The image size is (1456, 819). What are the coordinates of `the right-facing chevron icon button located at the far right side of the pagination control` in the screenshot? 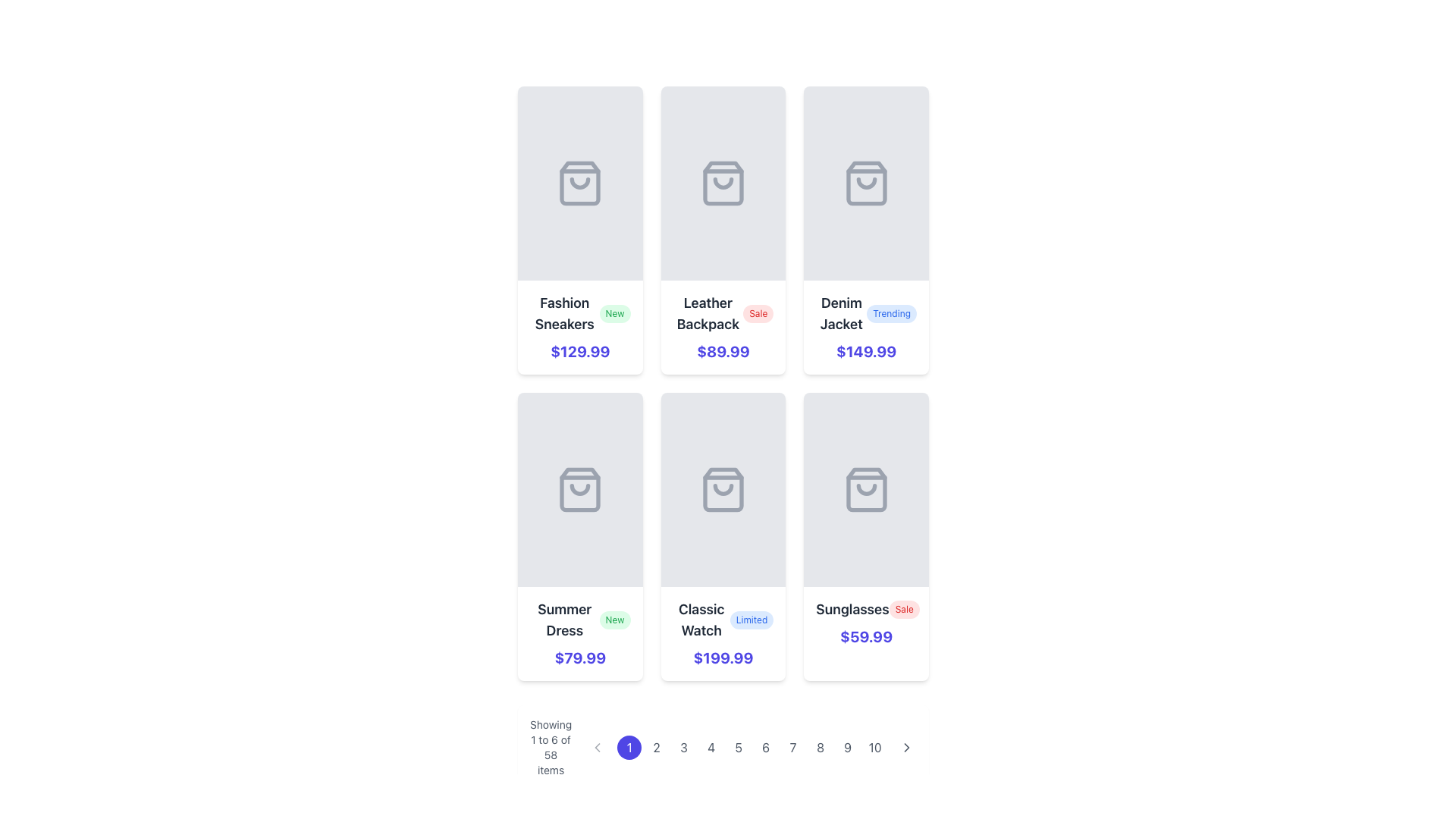 It's located at (907, 747).